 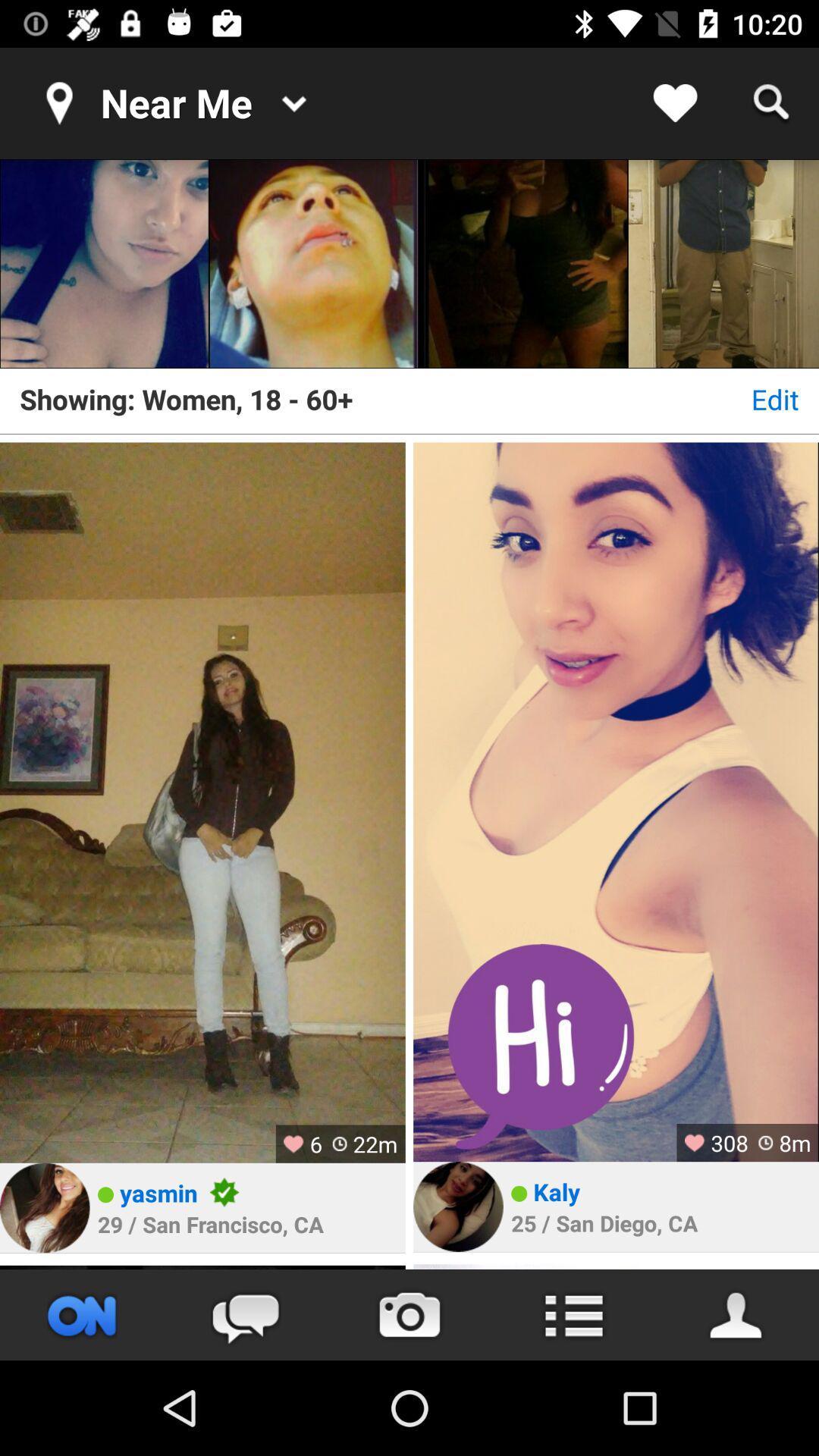 I want to click on preview the profile, so click(x=616, y=1266).